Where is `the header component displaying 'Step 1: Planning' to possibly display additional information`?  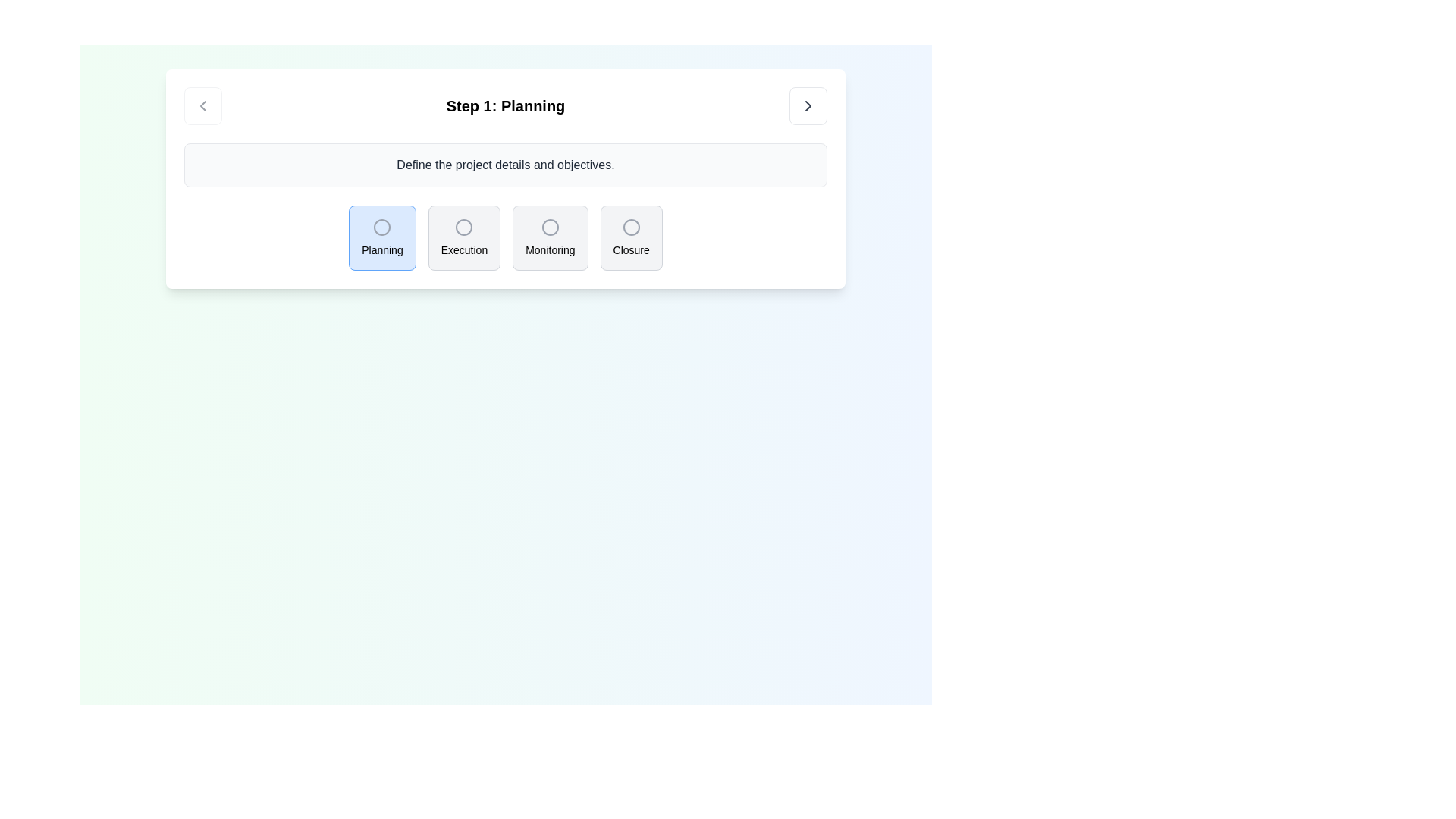
the header component displaying 'Step 1: Planning' to possibly display additional information is located at coordinates (506, 105).